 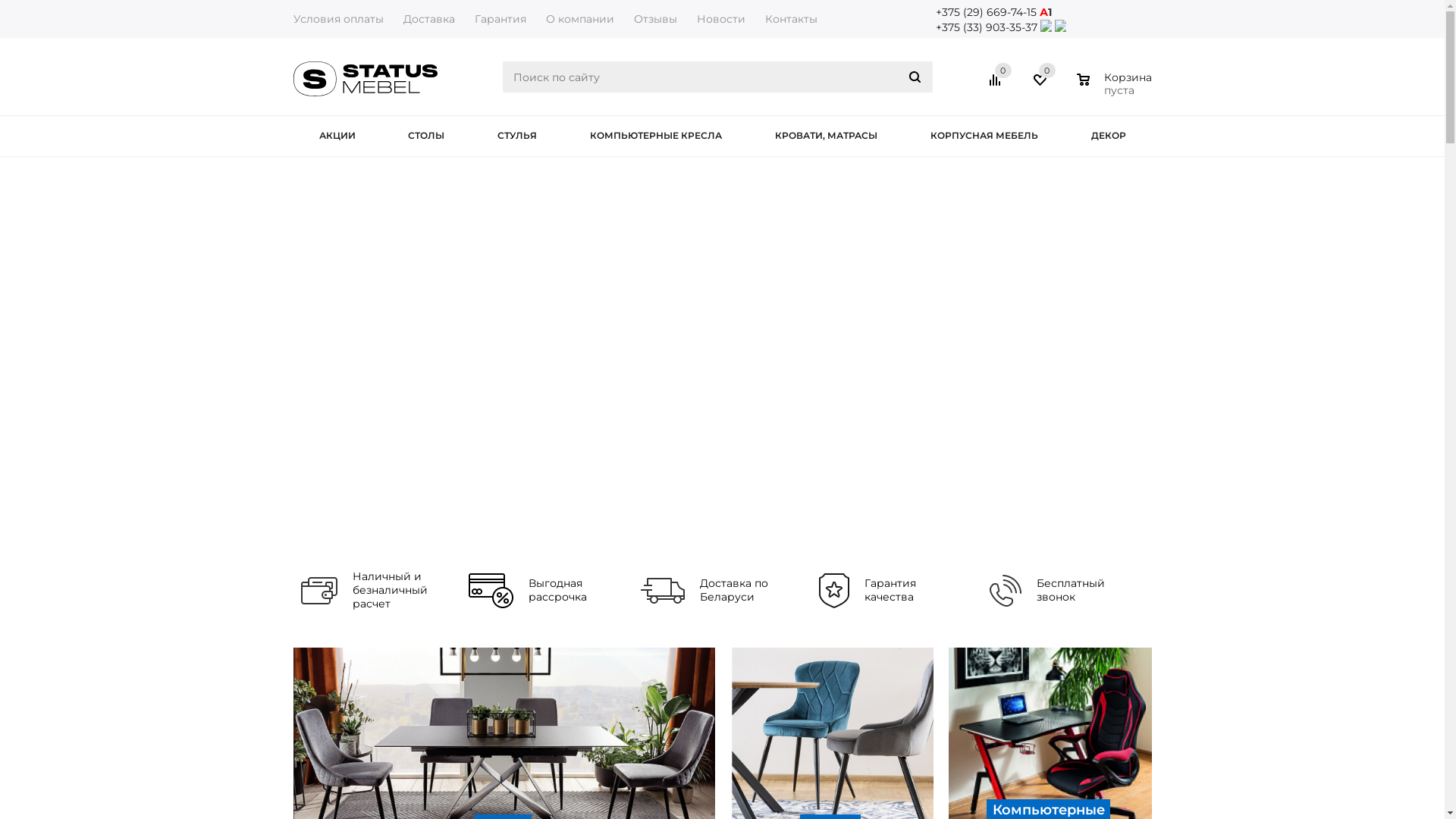 What do you see at coordinates (994, 42) in the screenshot?
I see `'info@statusmebel.by'` at bounding box center [994, 42].